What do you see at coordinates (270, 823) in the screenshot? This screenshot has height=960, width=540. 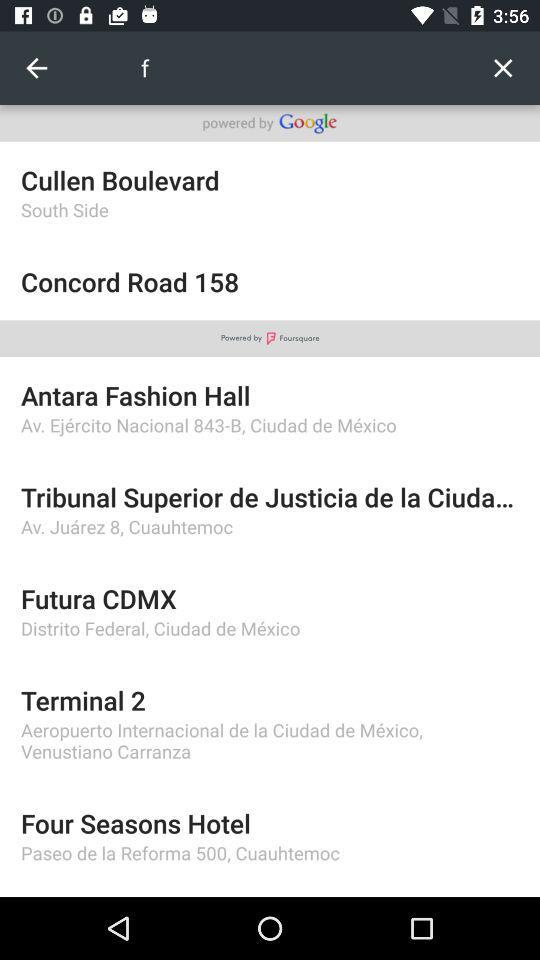 I see `icon below the aeropuerto internacional de icon` at bounding box center [270, 823].